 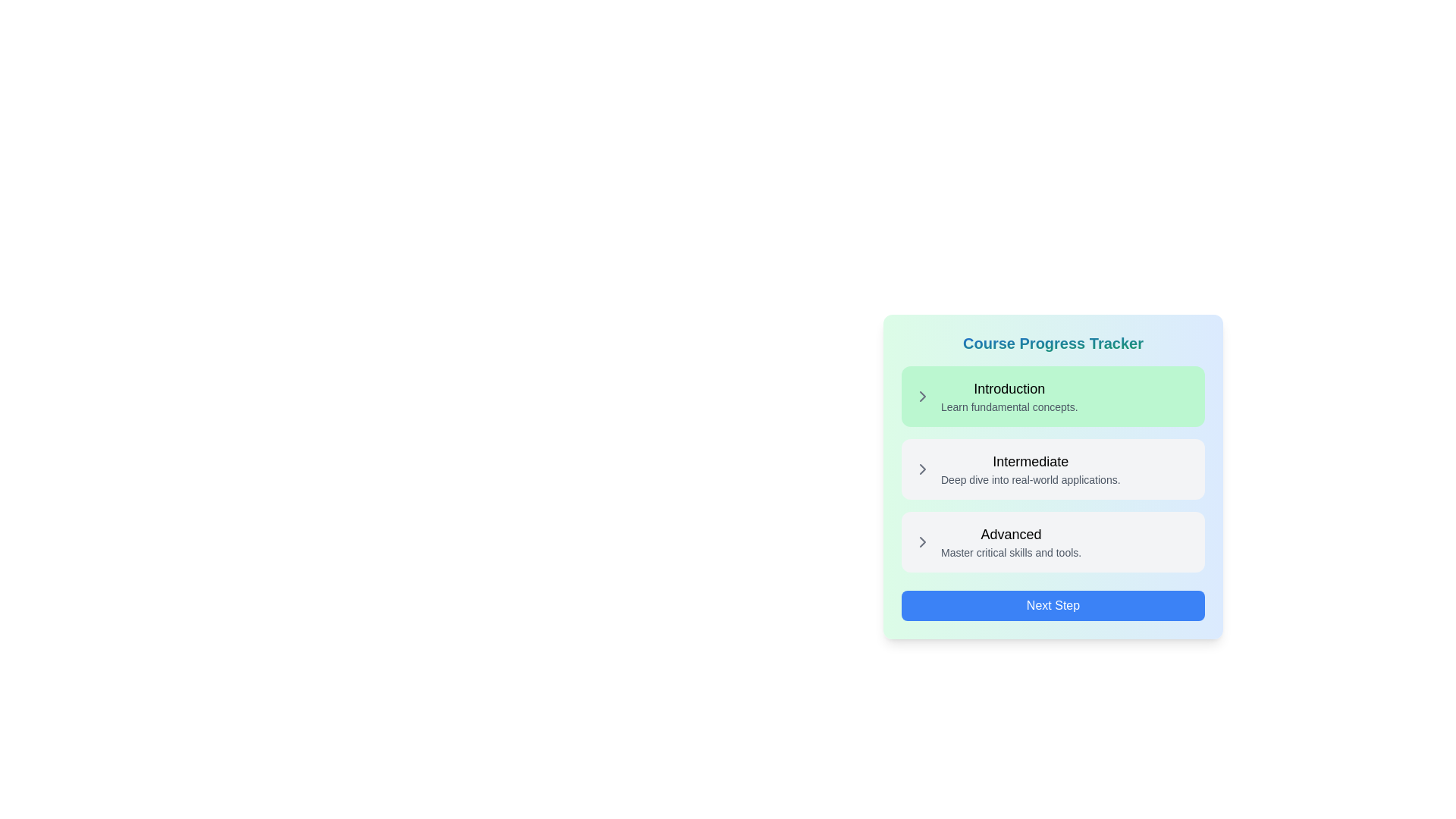 What do you see at coordinates (922, 468) in the screenshot?
I see `the arrow for 'Intermediate'` at bounding box center [922, 468].